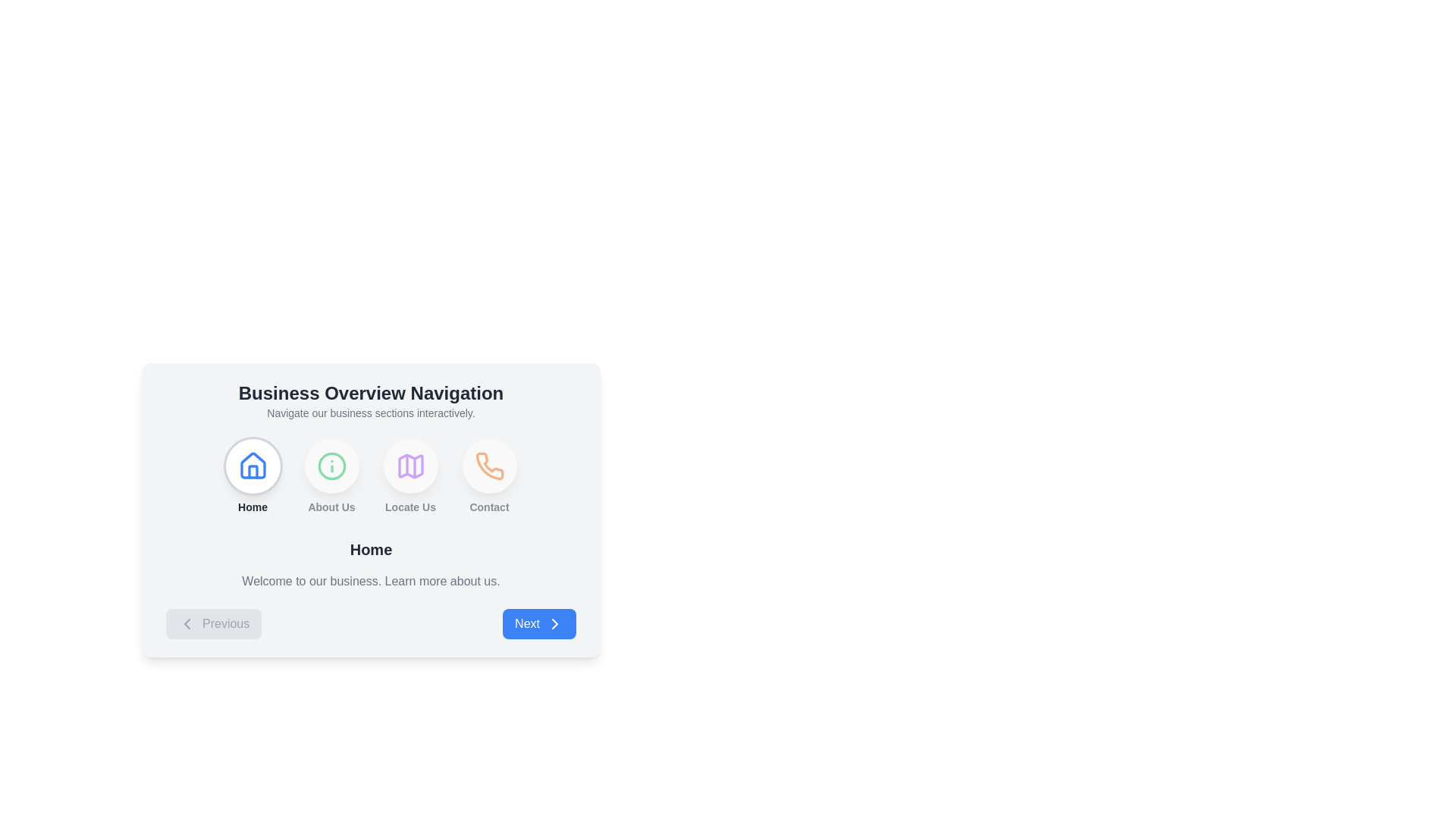  Describe the element at coordinates (489, 507) in the screenshot. I see `the fourth label in the navigation options that describes contact-related functionalities, located below the orange phone icon` at that location.